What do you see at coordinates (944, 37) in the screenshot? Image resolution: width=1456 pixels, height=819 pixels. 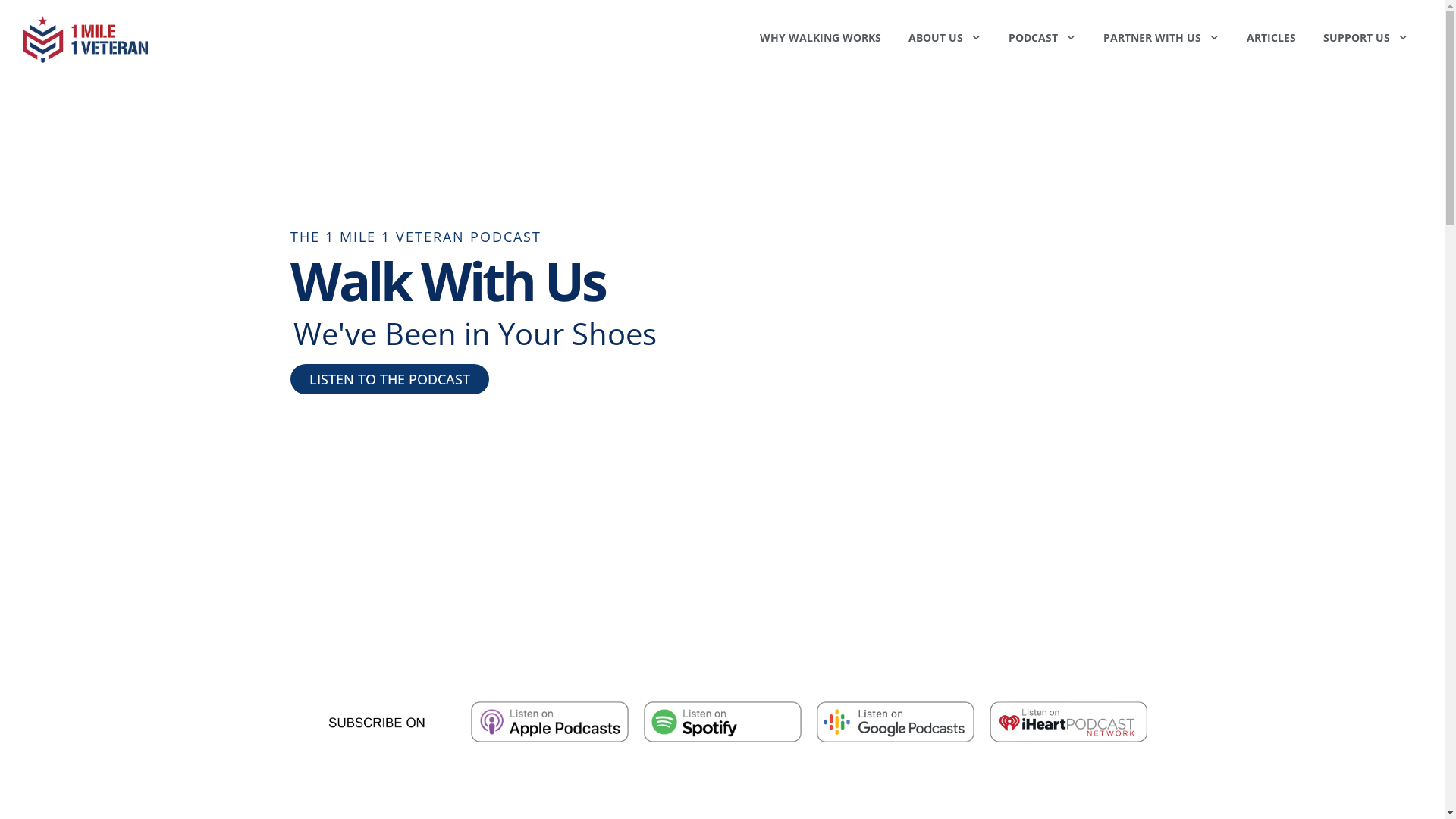 I see `'ABOUT US'` at bounding box center [944, 37].